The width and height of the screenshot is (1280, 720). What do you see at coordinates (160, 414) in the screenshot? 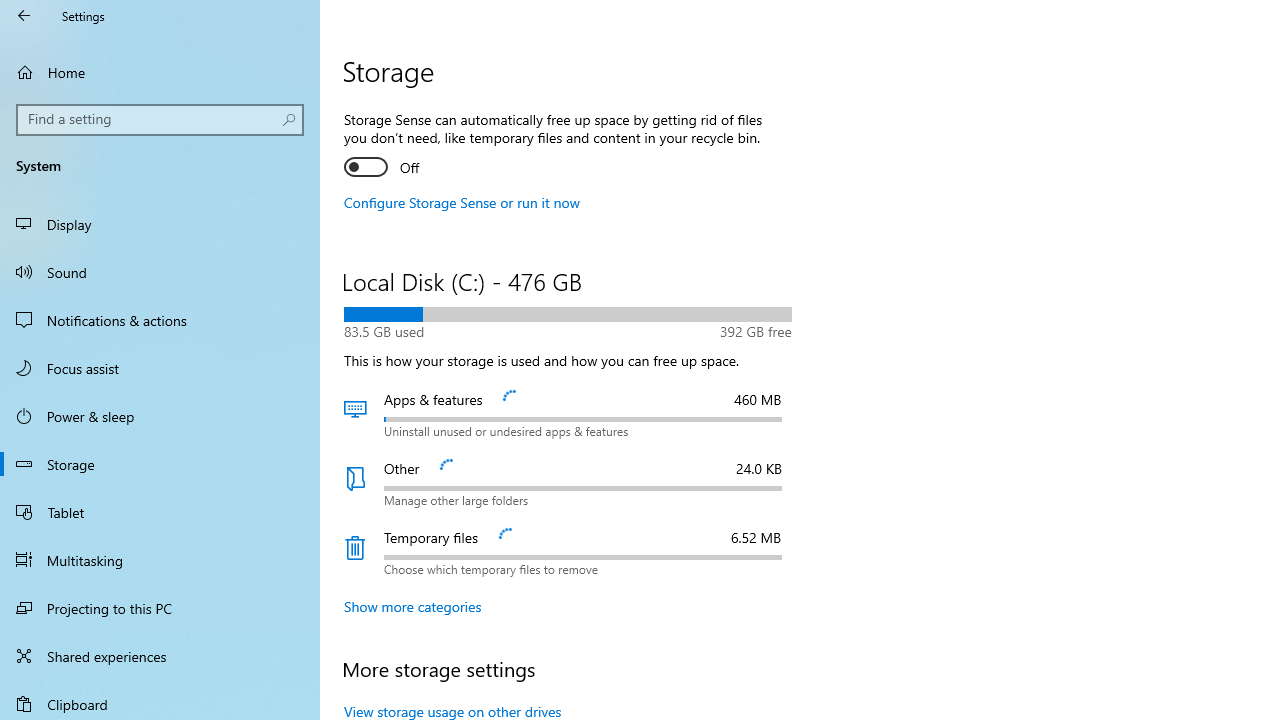
I see `'Power & sleep'` at bounding box center [160, 414].